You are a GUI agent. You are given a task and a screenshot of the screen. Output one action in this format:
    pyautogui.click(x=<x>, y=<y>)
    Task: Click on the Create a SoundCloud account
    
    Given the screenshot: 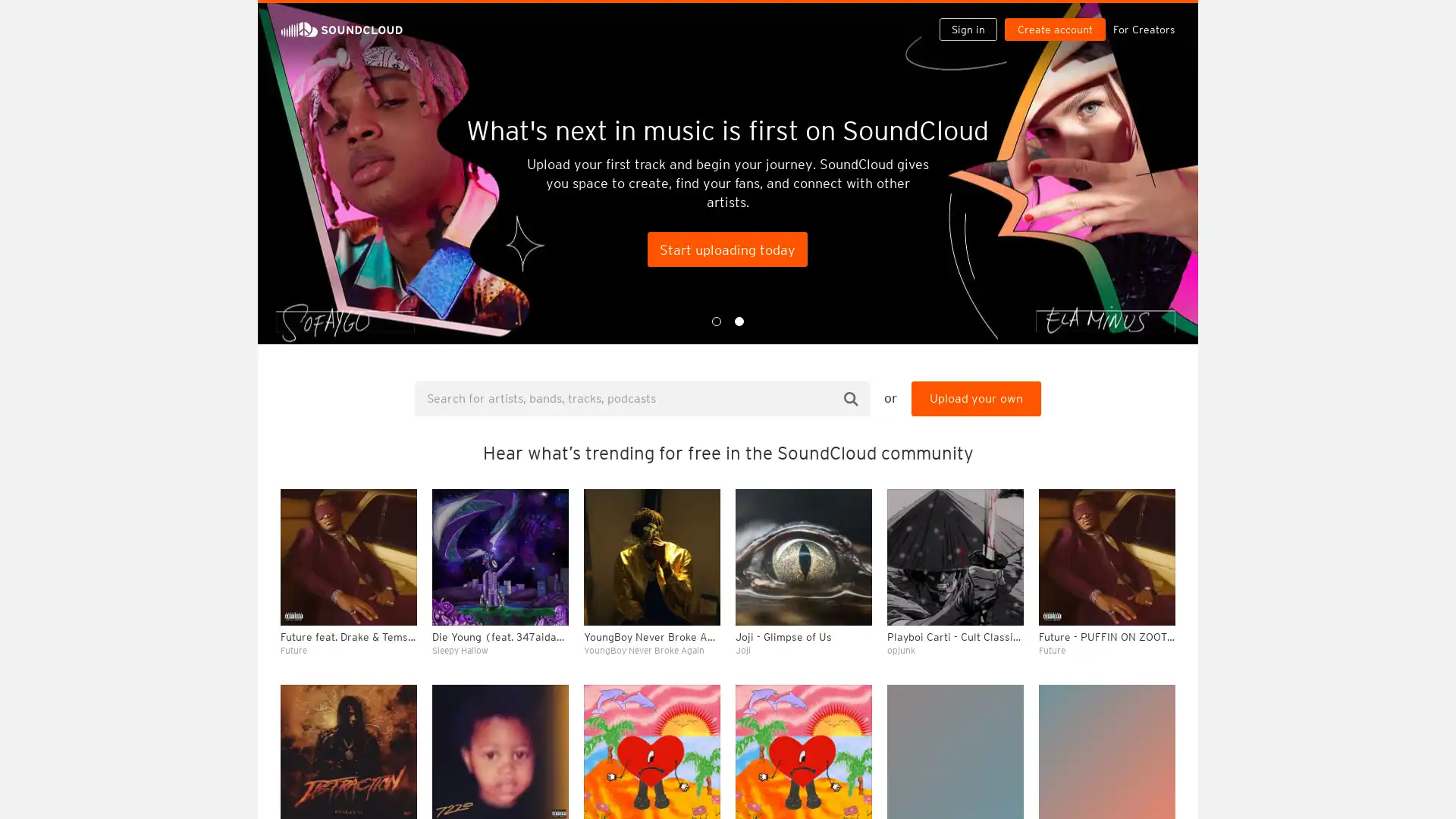 What is the action you would take?
    pyautogui.click(x=1054, y=29)
    